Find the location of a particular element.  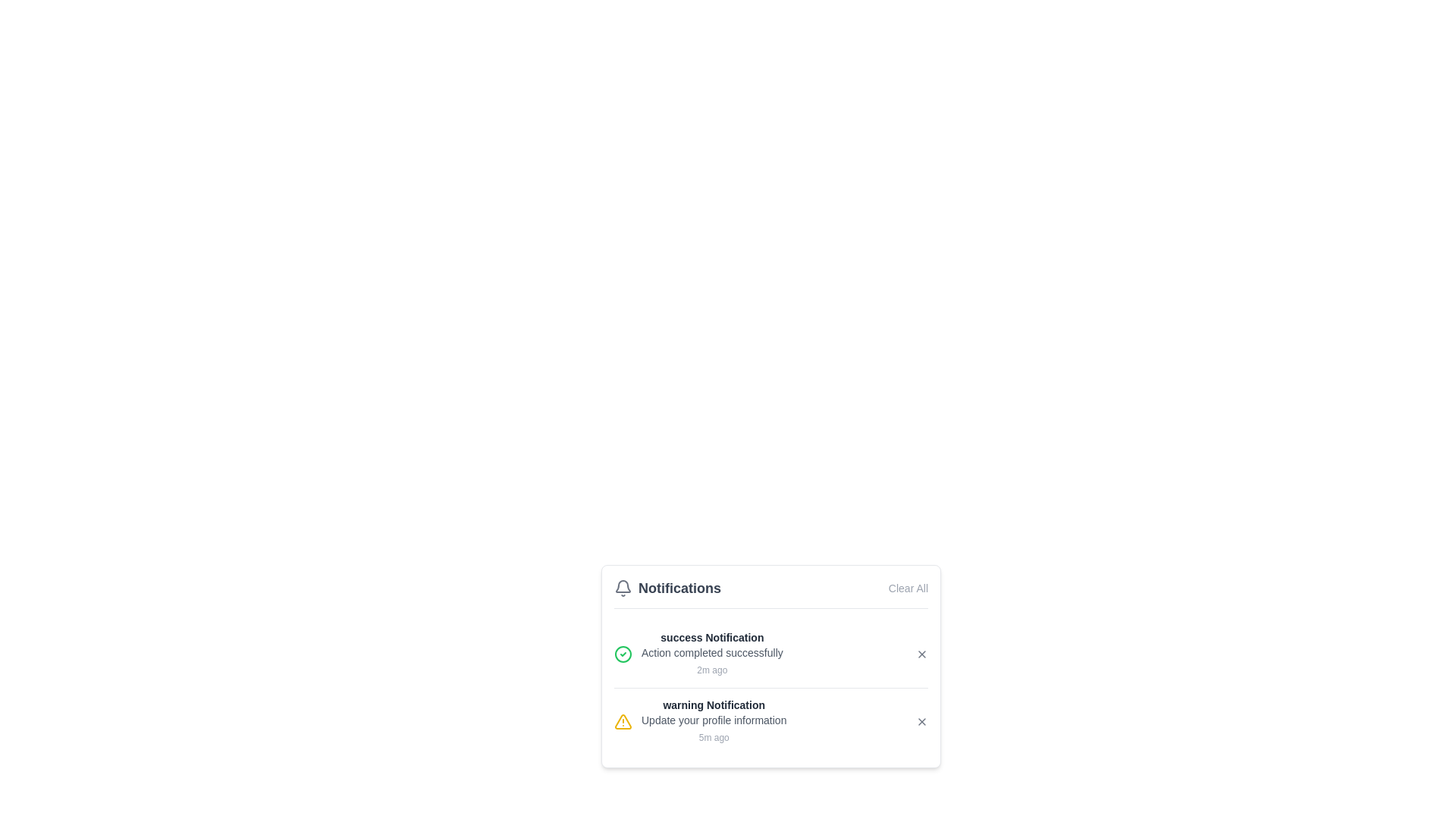

the text label displaying 'success Notification' in the Notifications section, which is styled in bold dark gray and is the title of the first notification entry is located at coordinates (711, 637).